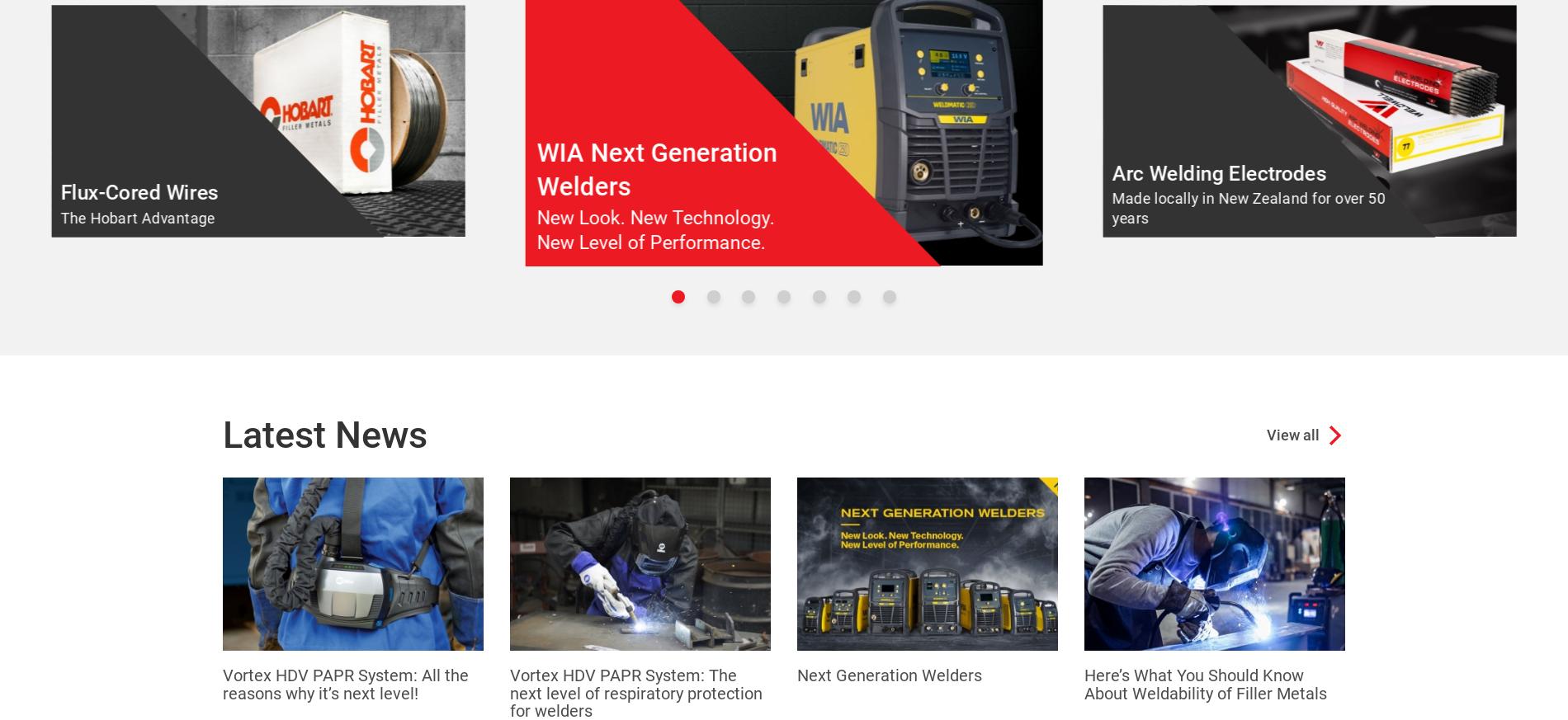 Image resolution: width=1568 pixels, height=720 pixels. I want to click on 'New Level of Performance.', so click(649, 242).